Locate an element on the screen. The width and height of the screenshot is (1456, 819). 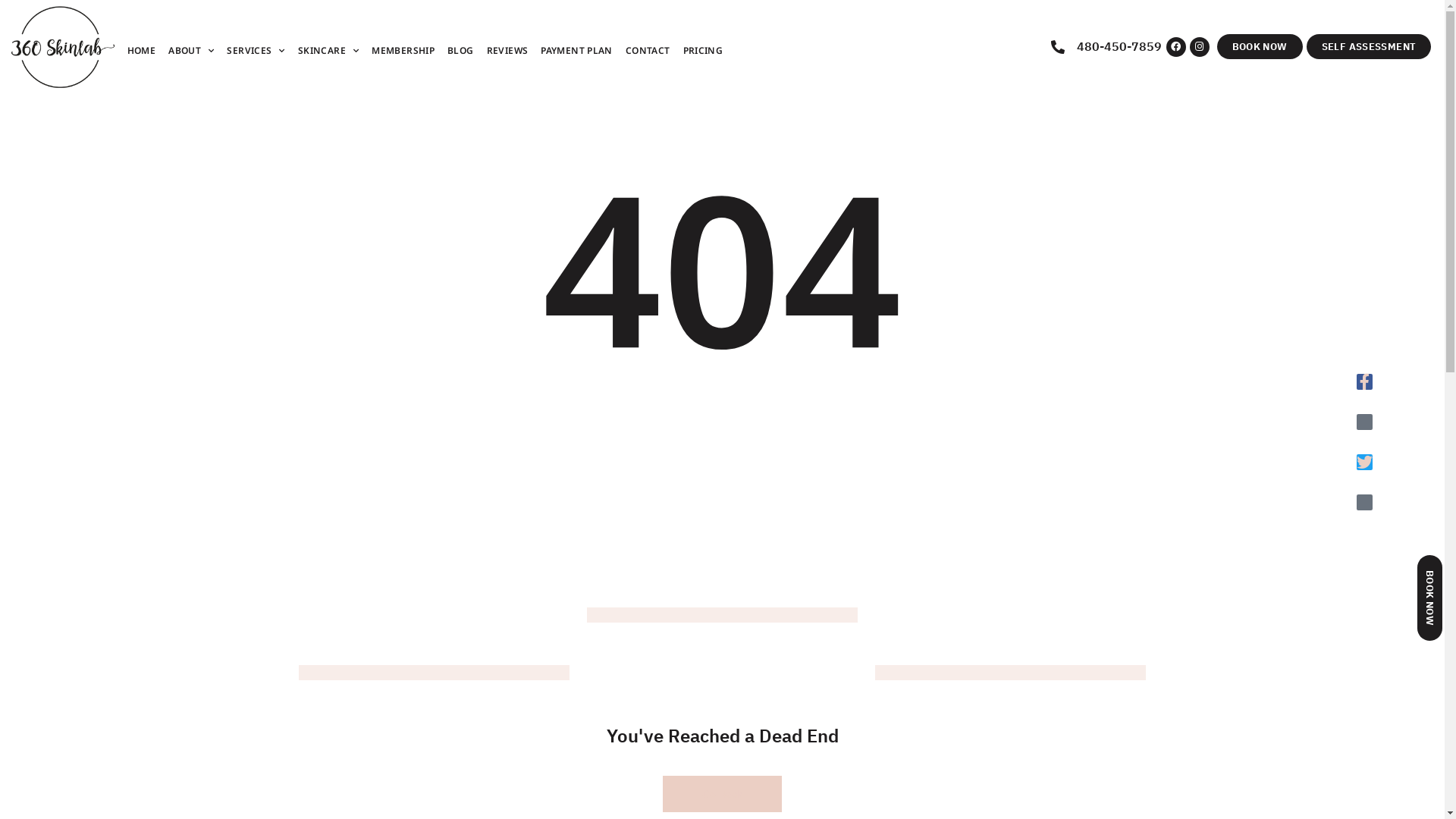
'BLOG' is located at coordinates (460, 49).